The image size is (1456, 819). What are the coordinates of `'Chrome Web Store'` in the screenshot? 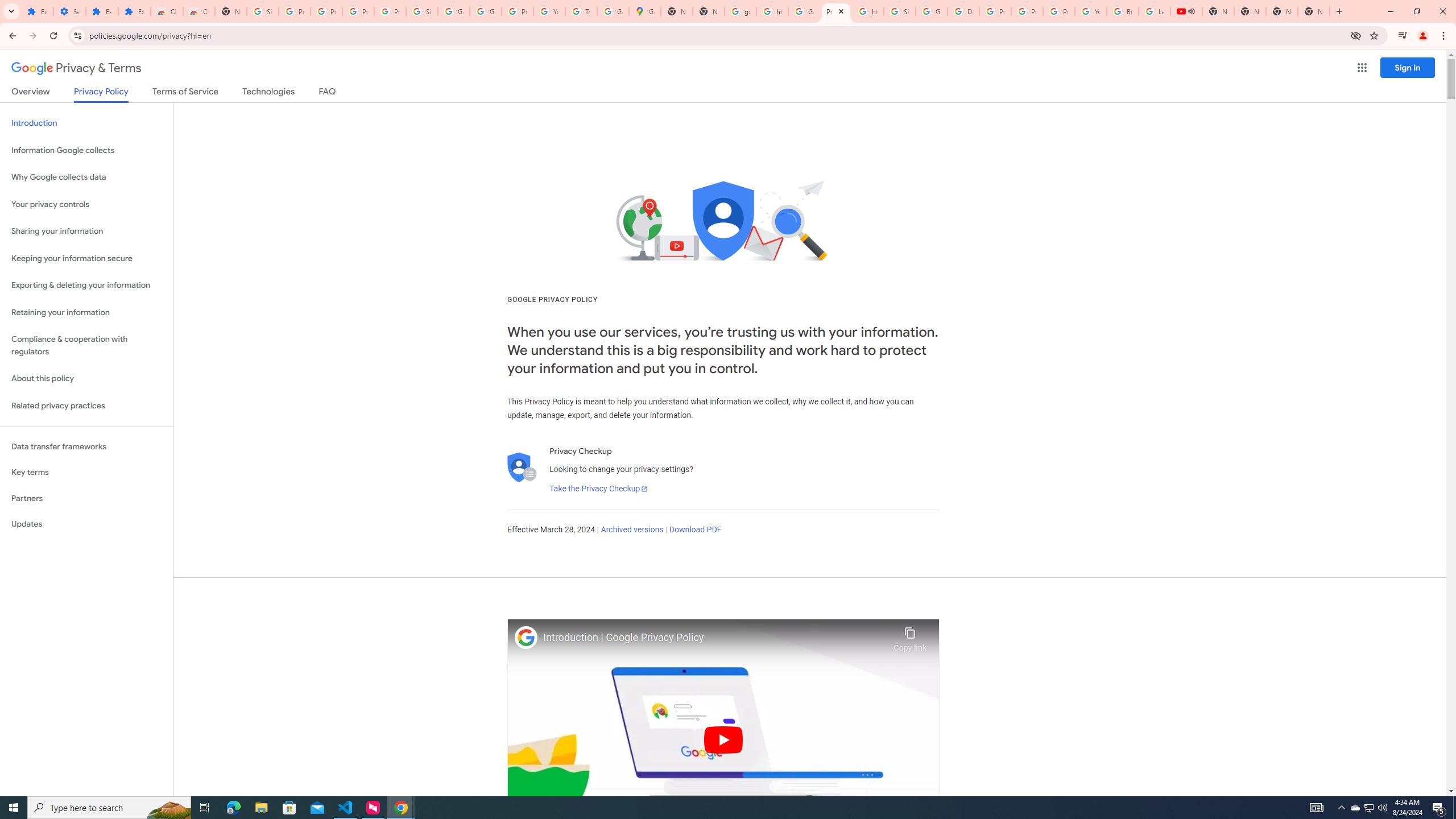 It's located at (167, 11).